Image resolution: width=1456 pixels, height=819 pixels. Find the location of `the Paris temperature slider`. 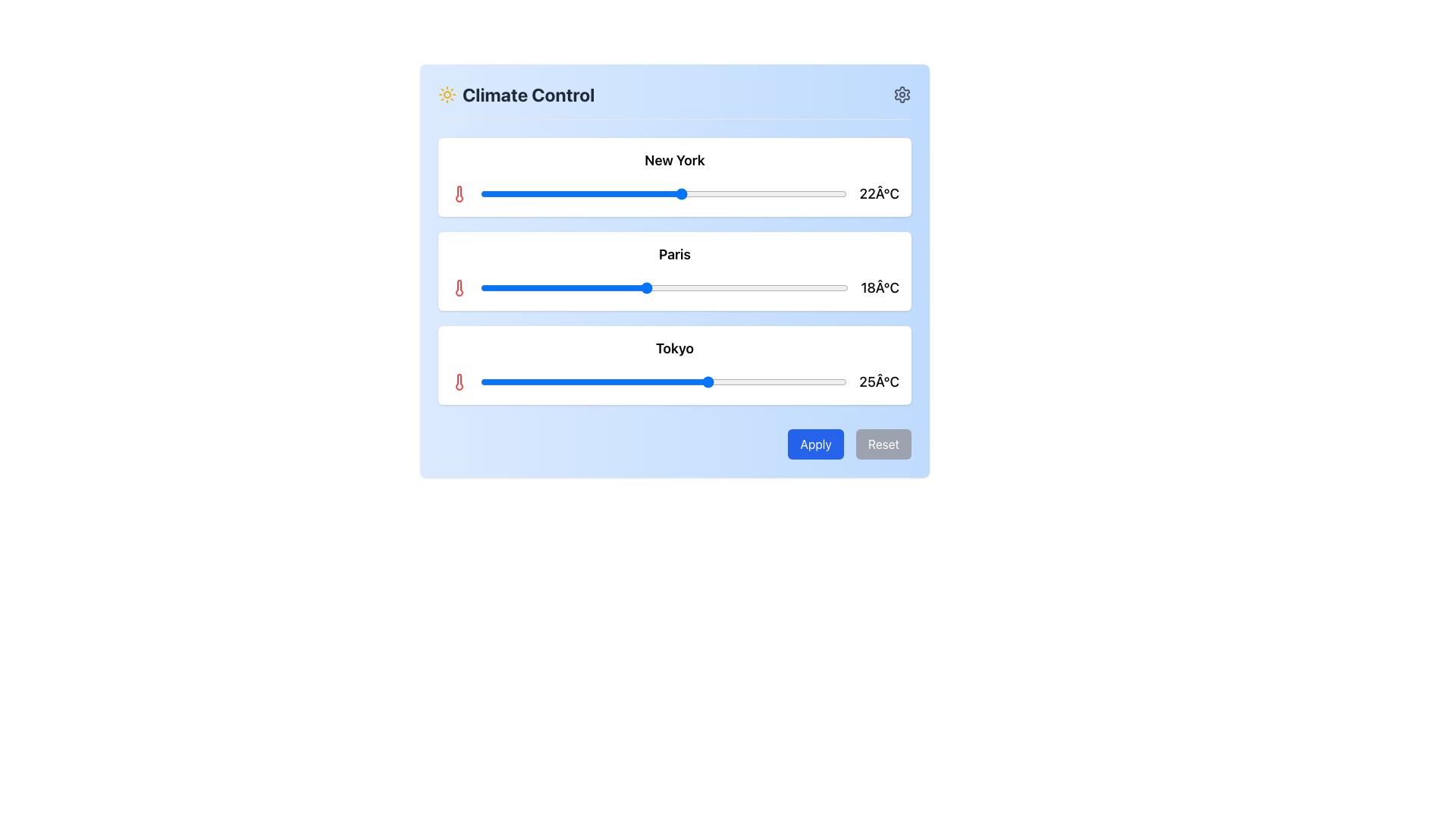

the Paris temperature slider is located at coordinates (572, 288).